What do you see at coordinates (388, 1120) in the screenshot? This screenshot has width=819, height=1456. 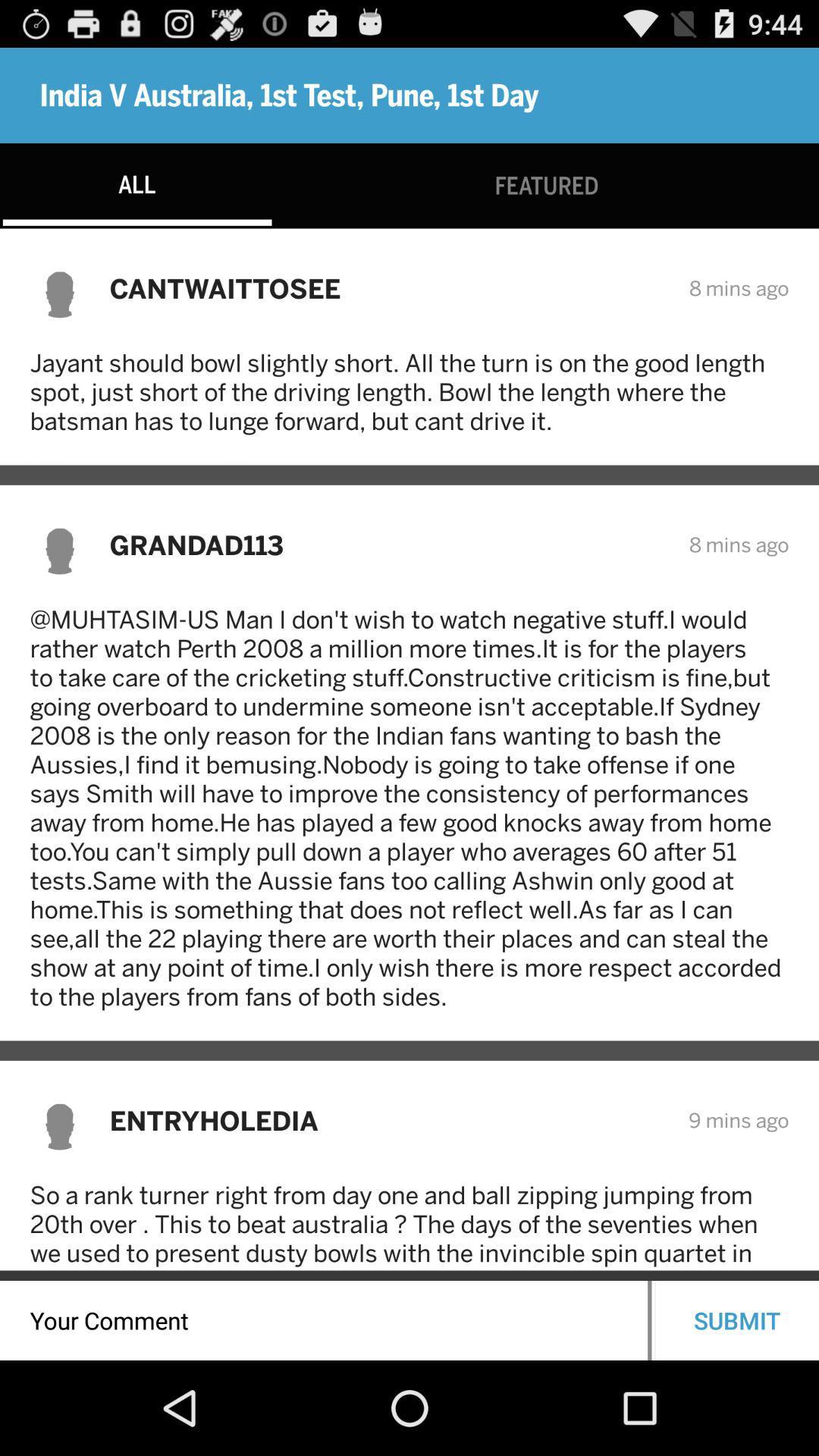 I see `item above so a rank item` at bounding box center [388, 1120].